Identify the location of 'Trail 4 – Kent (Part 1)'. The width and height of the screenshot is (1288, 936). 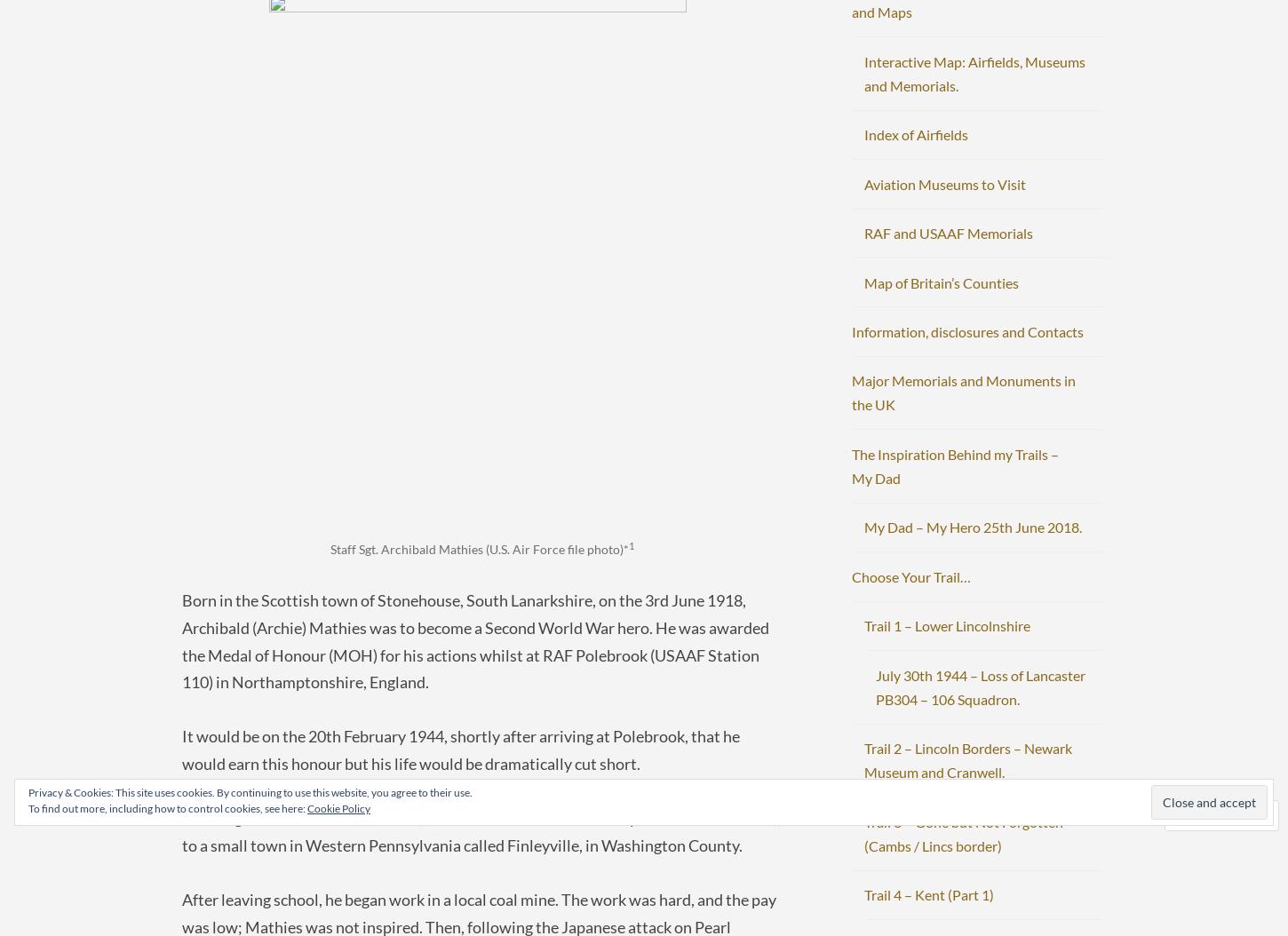
(928, 893).